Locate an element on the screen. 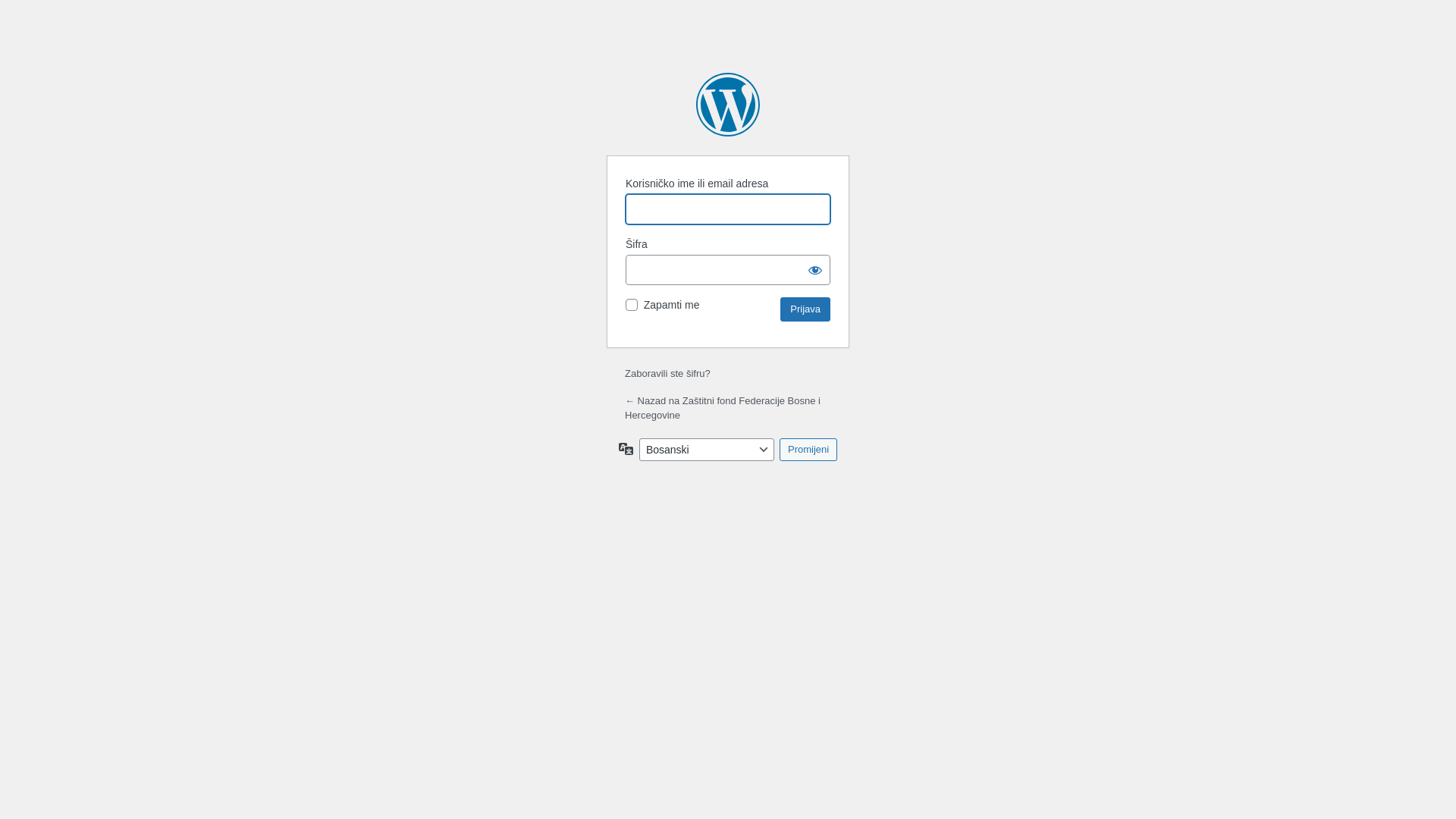 The image size is (1456, 819). 'Zasnovano na WordPressu' is located at coordinates (728, 104).